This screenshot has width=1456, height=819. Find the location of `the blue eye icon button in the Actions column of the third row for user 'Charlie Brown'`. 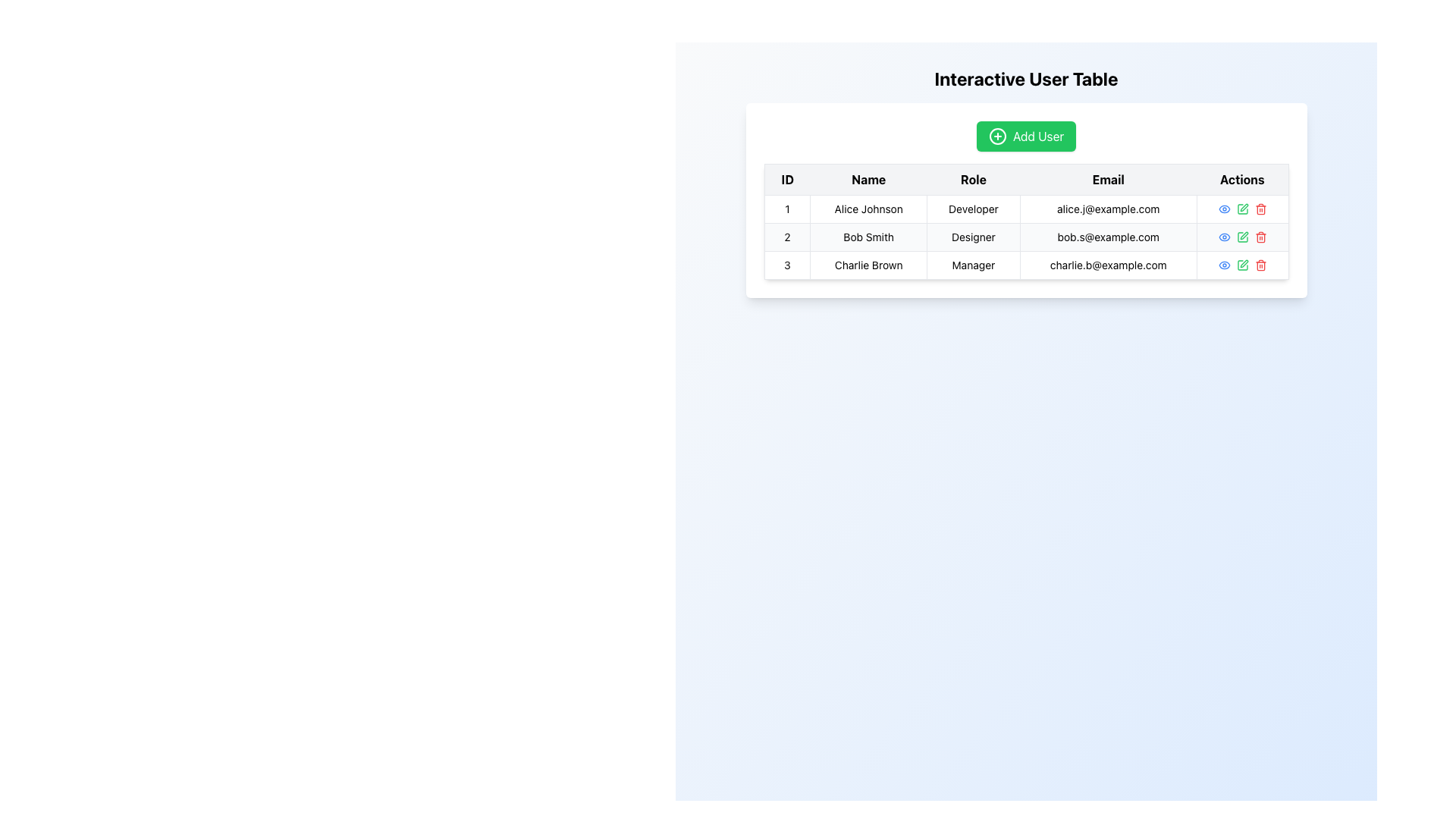

the blue eye icon button in the Actions column of the third row for user 'Charlie Brown' is located at coordinates (1224, 265).